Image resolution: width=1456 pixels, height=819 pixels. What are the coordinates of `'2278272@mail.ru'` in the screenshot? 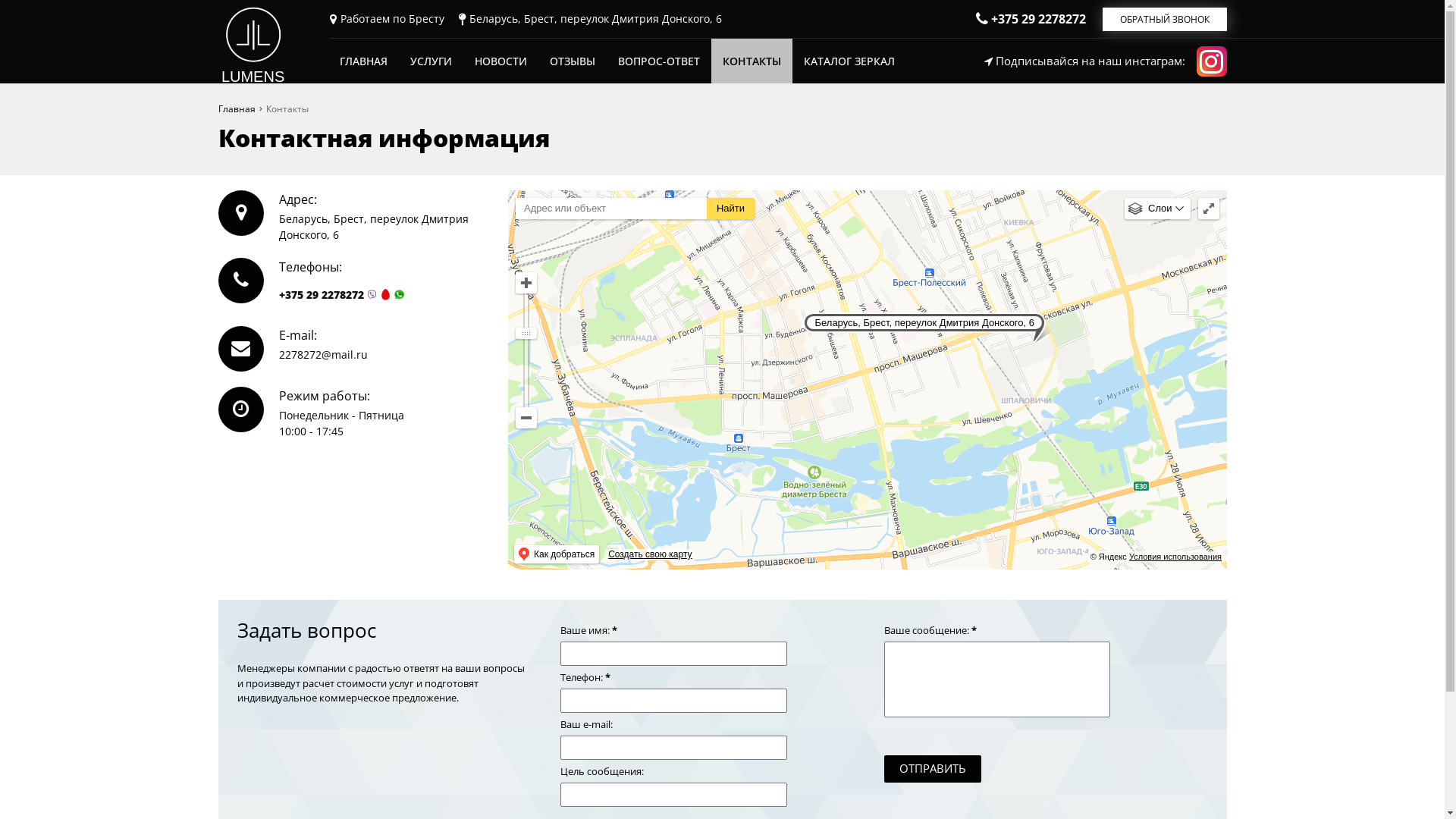 It's located at (322, 354).